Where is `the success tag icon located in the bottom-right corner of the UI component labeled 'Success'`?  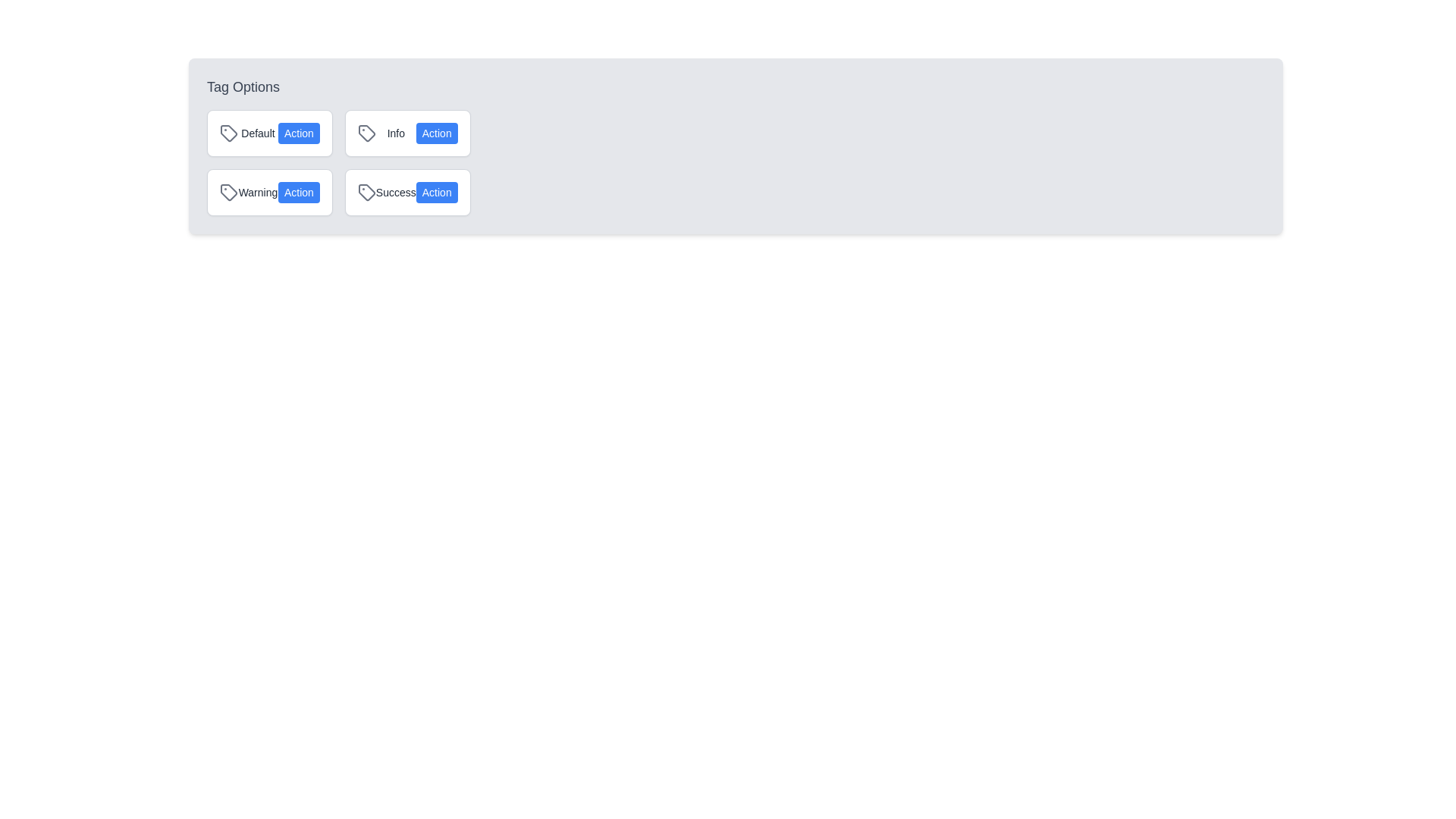 the success tag icon located in the bottom-right corner of the UI component labeled 'Success' is located at coordinates (366, 192).